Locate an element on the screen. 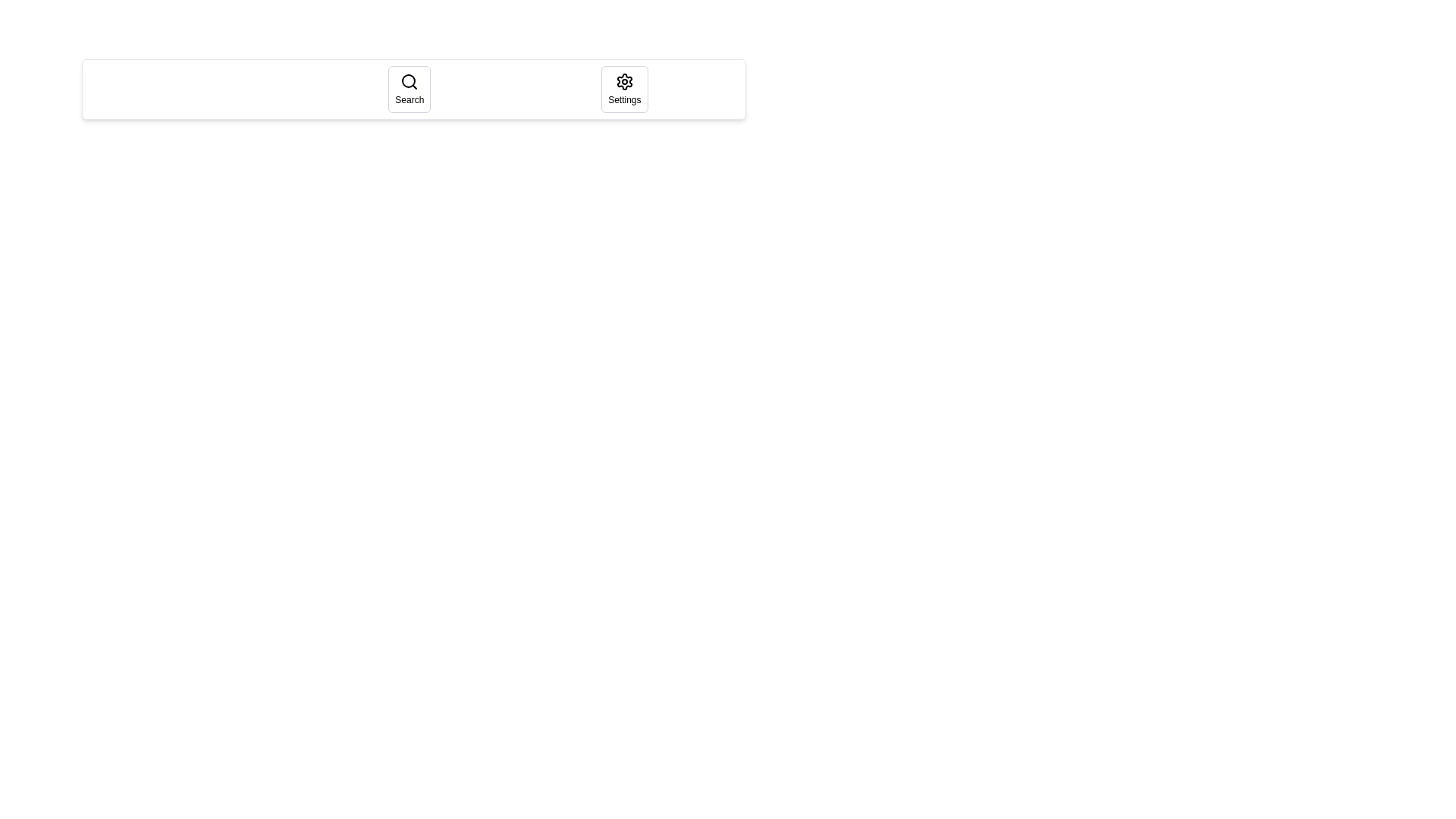 The width and height of the screenshot is (1456, 819). the 'Settings' button, which features a settings gear icon and is the third button in a horizontal group of three buttons is located at coordinates (624, 89).